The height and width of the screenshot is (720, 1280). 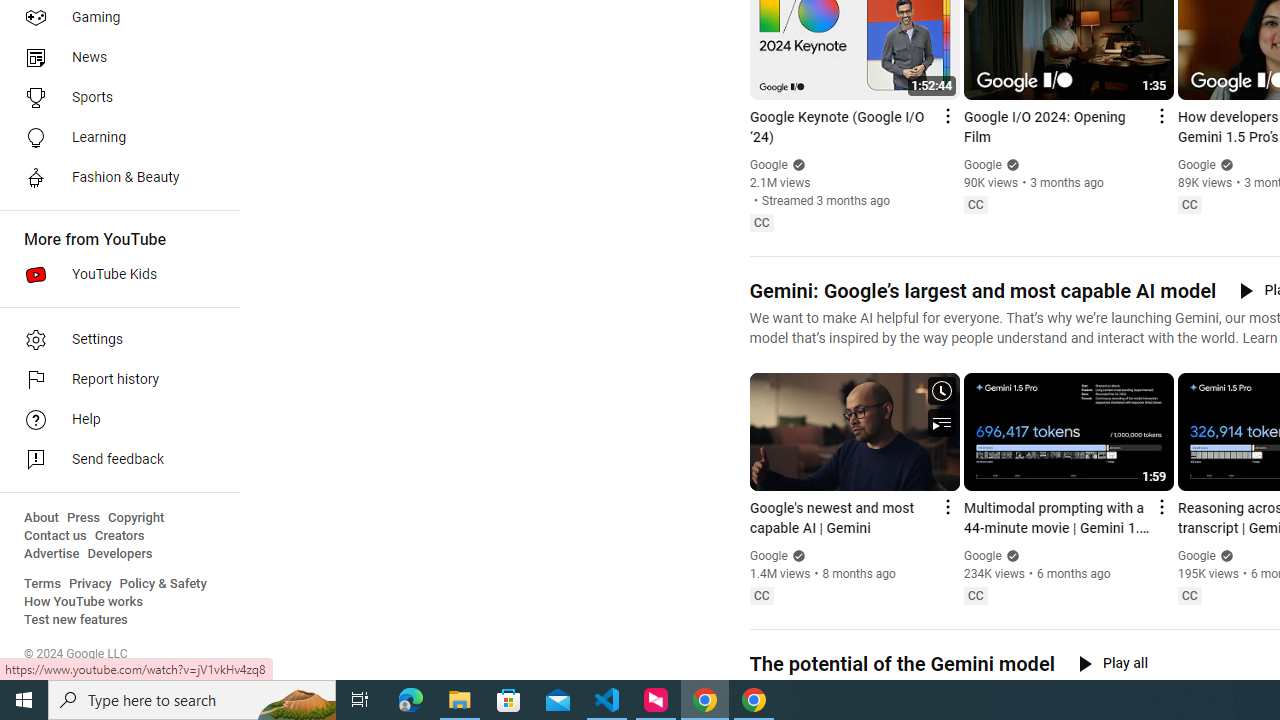 What do you see at coordinates (135, 517) in the screenshot?
I see `'Copyright'` at bounding box center [135, 517].